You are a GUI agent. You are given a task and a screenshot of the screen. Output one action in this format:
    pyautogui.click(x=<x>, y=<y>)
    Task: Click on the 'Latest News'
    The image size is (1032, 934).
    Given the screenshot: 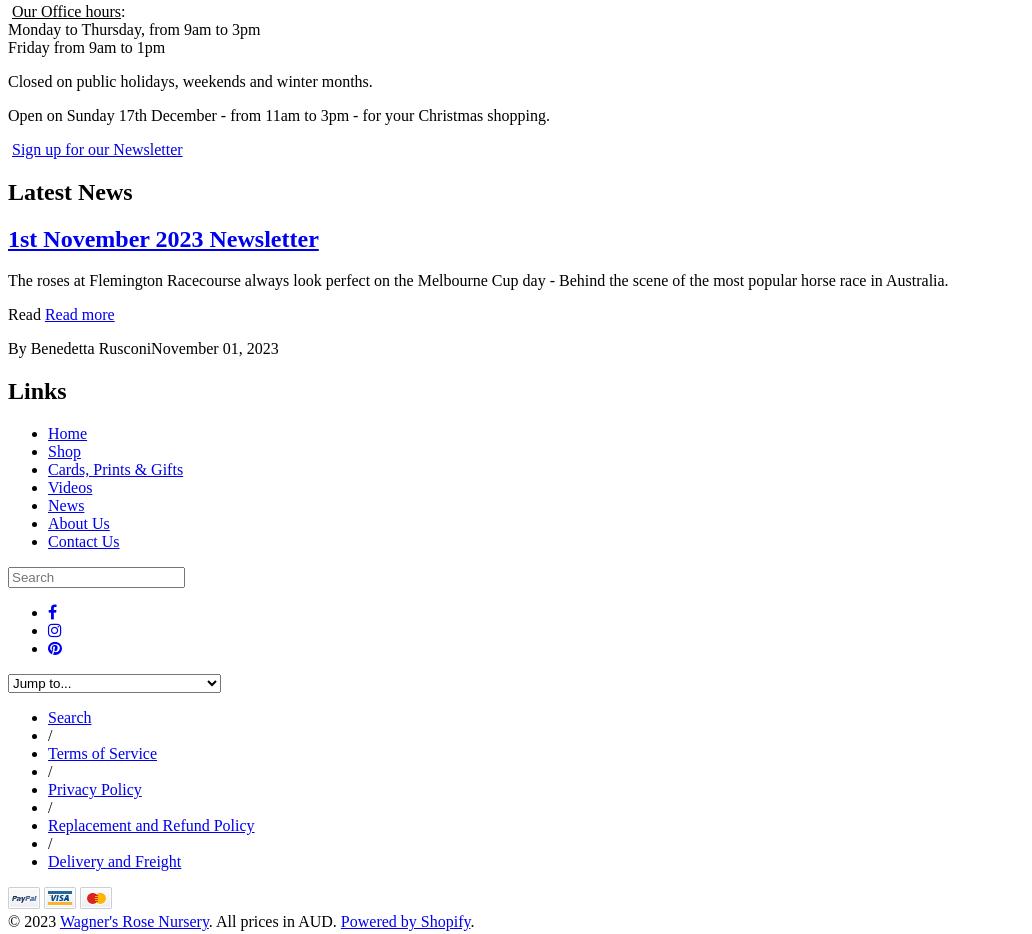 What is the action you would take?
    pyautogui.click(x=69, y=190)
    